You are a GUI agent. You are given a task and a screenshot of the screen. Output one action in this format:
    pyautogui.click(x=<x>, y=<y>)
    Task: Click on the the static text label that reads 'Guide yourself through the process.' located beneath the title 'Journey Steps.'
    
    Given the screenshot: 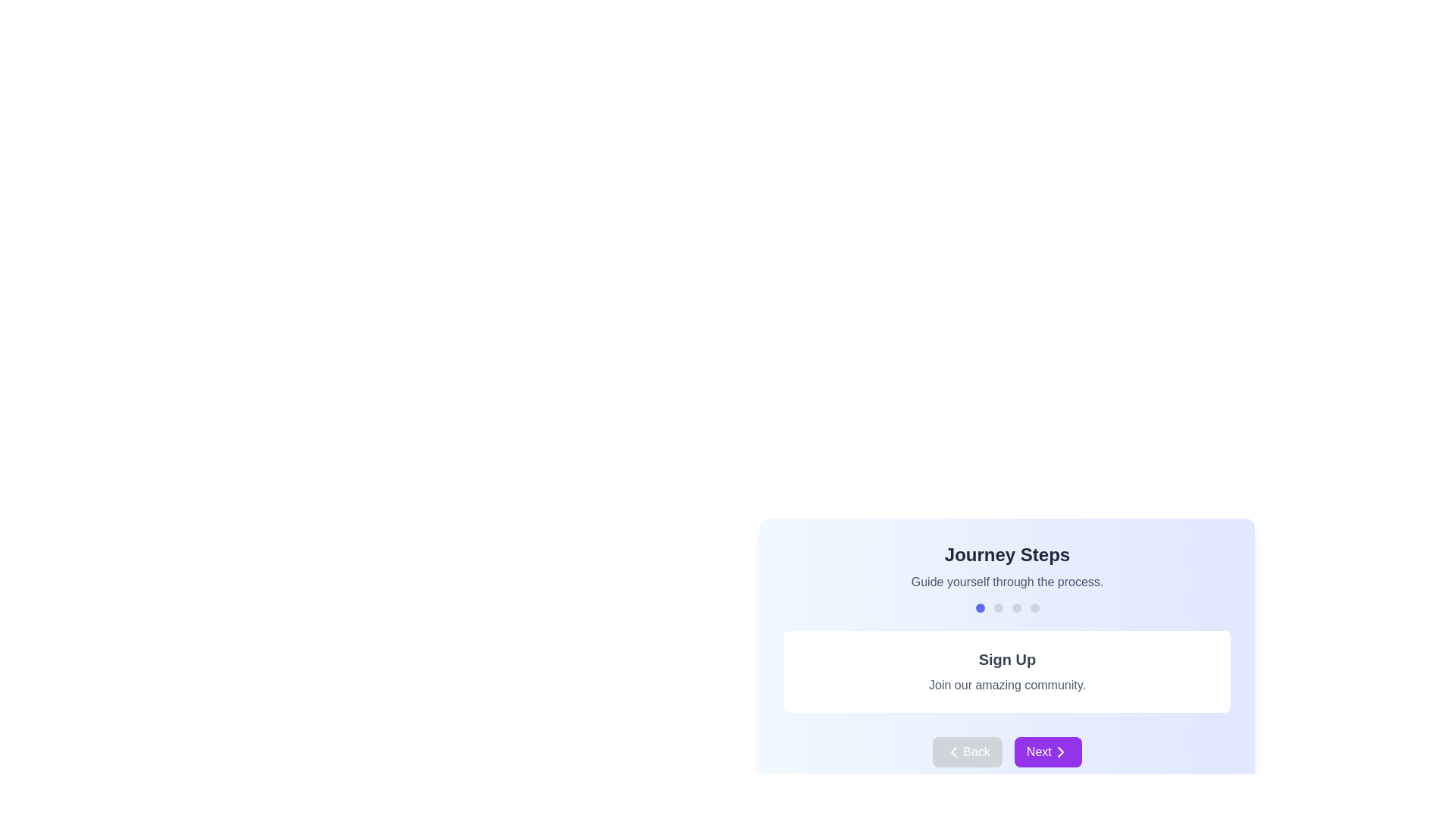 What is the action you would take?
    pyautogui.click(x=1007, y=581)
    